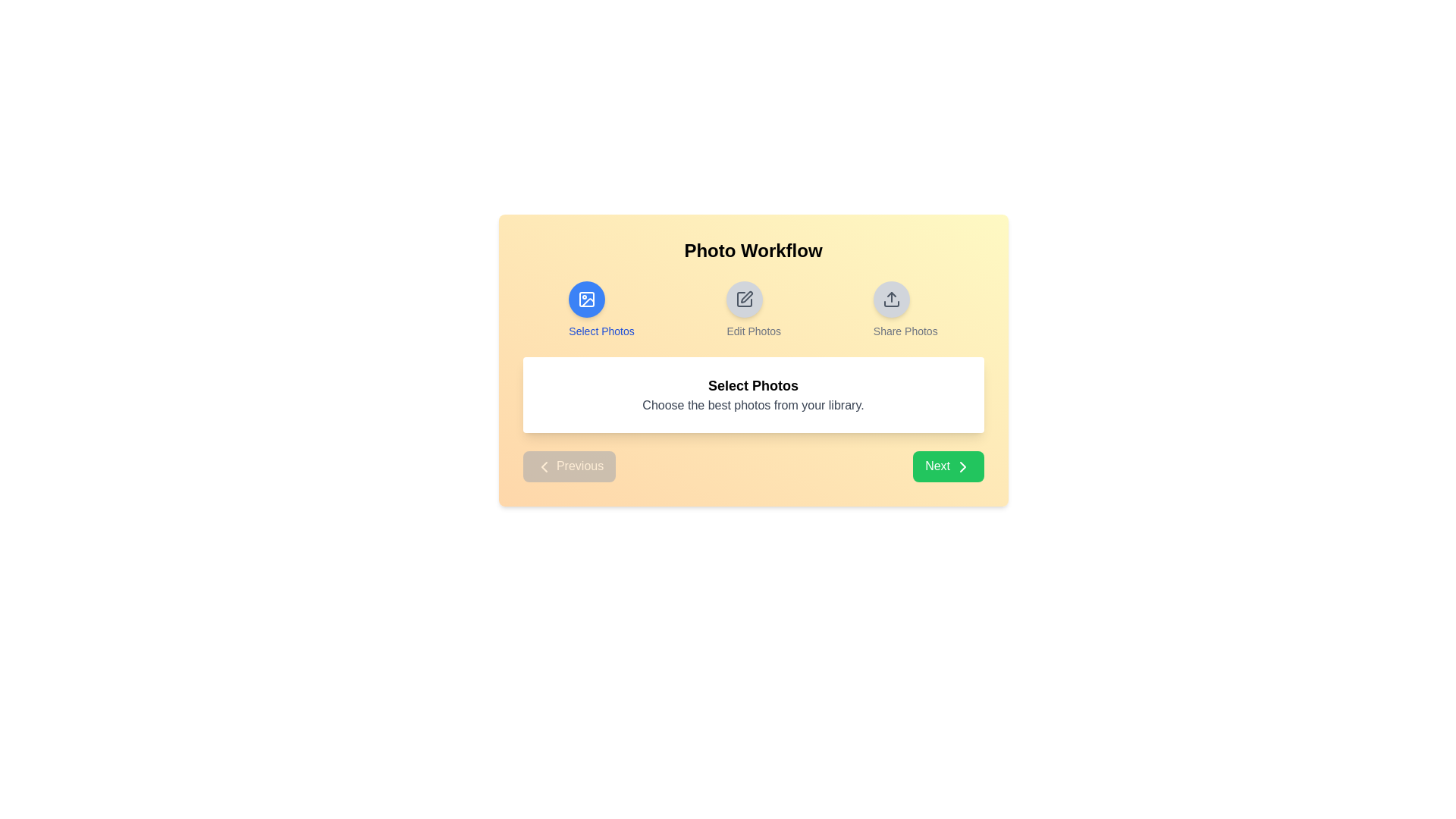 Image resolution: width=1456 pixels, height=819 pixels. Describe the element at coordinates (947, 466) in the screenshot. I see `the 'Next' button to navigate to the next step` at that location.